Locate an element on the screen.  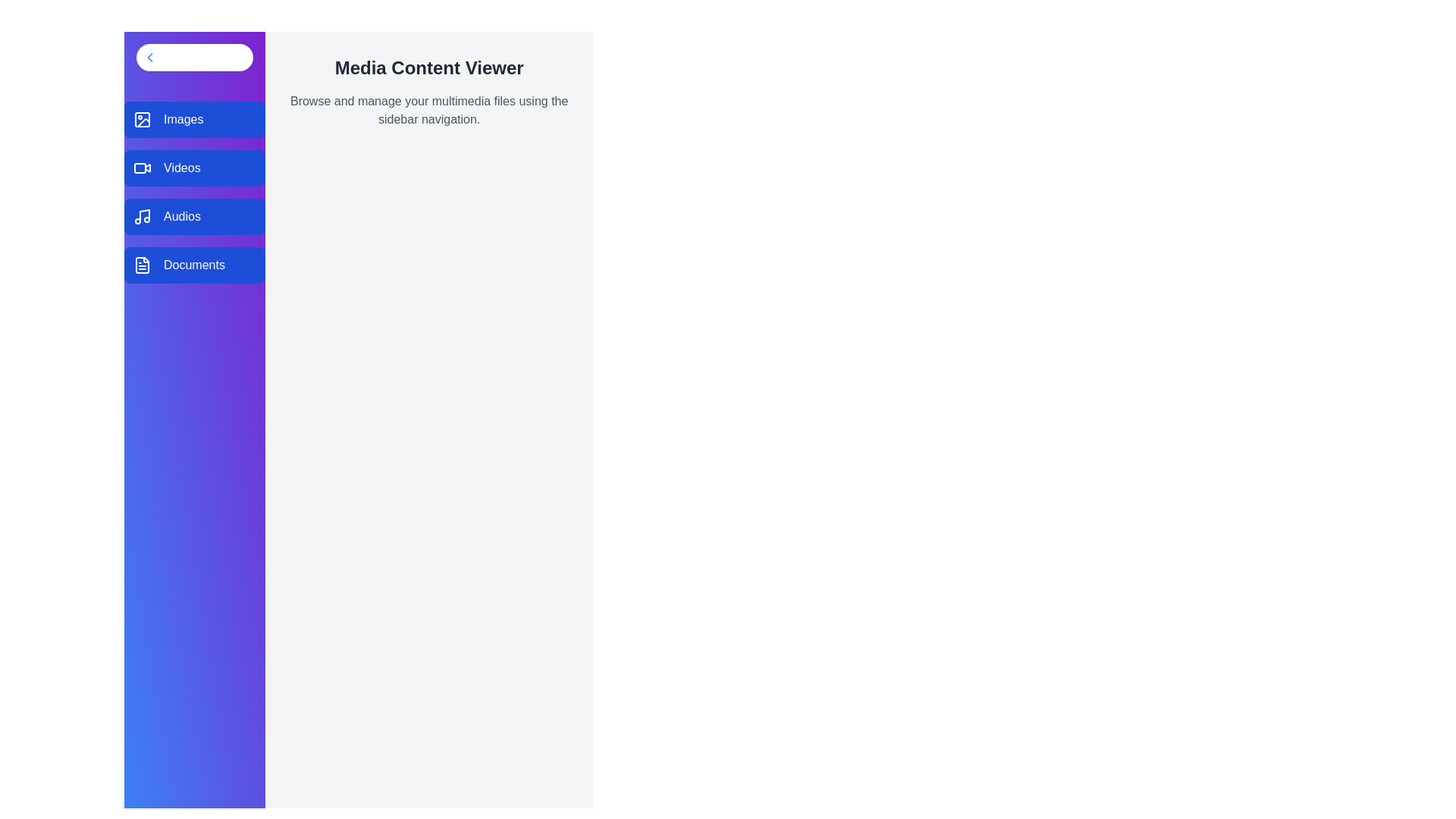
the sidebar option corresponding to Audios is located at coordinates (194, 216).